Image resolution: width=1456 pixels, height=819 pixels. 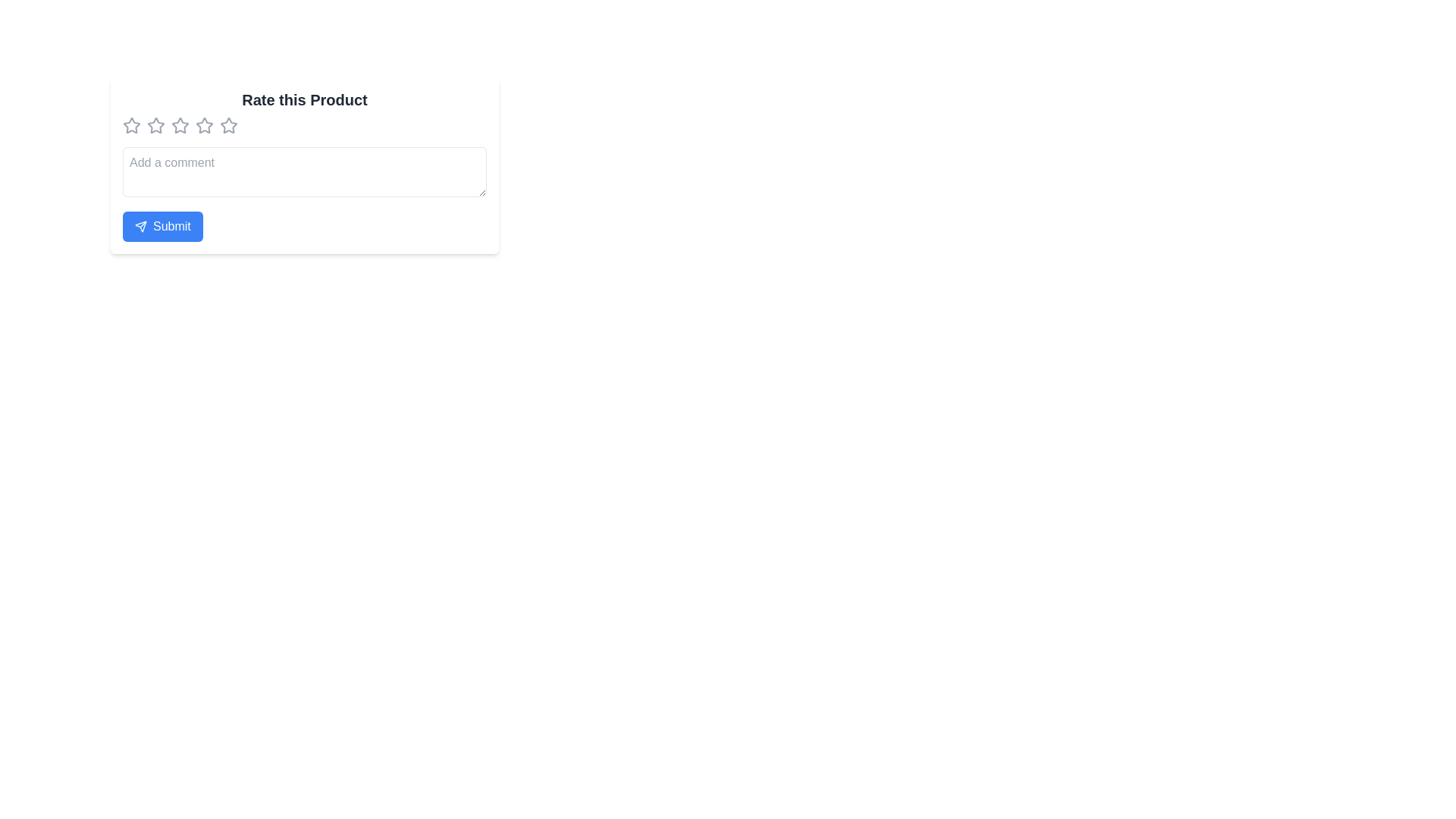 I want to click on the 'Submit' button located in the bottom-left part of the interface, aligned horizontally with the input field for submitting user feedback, so click(x=162, y=227).